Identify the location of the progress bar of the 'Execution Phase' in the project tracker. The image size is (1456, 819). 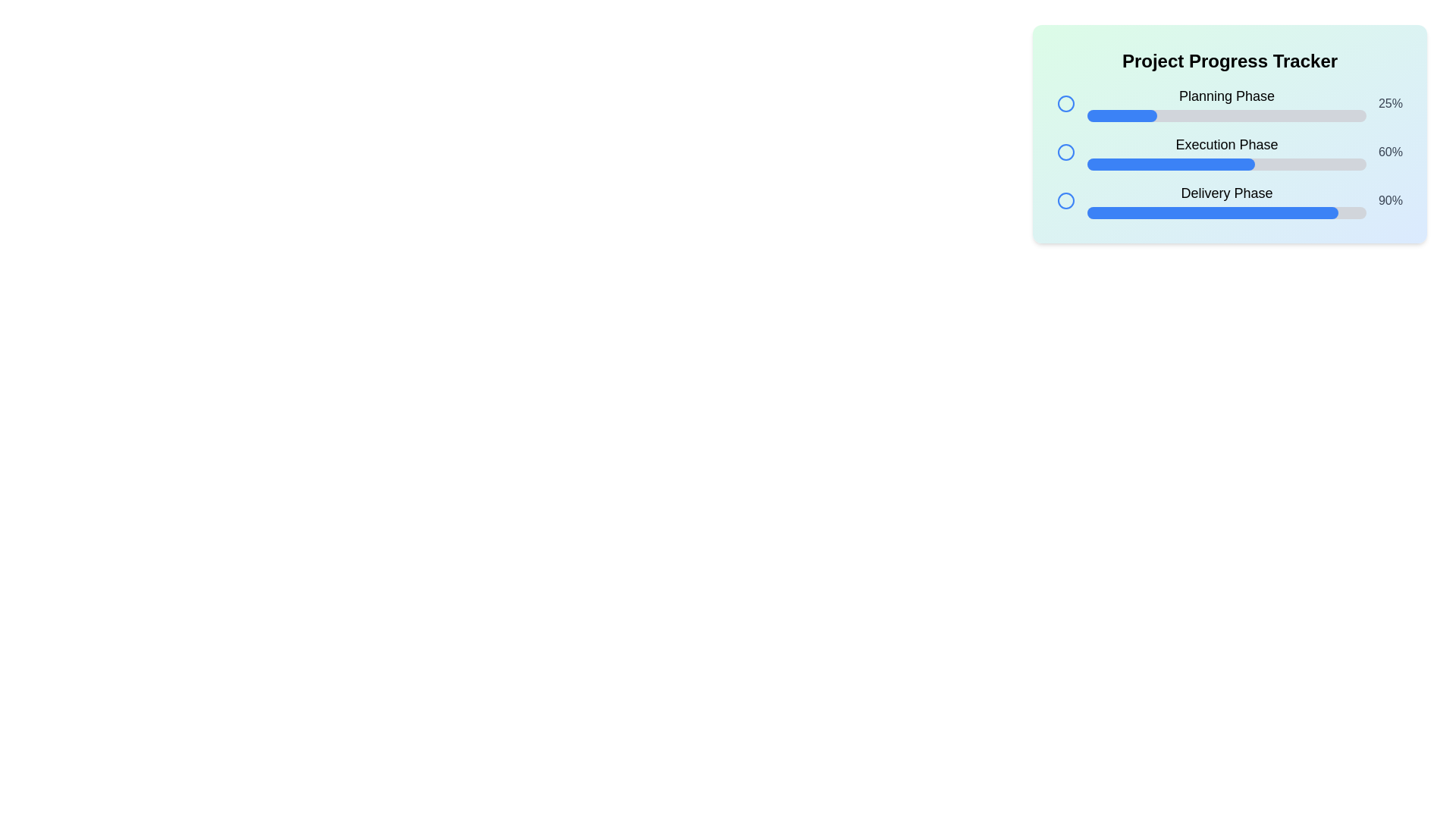
(1230, 152).